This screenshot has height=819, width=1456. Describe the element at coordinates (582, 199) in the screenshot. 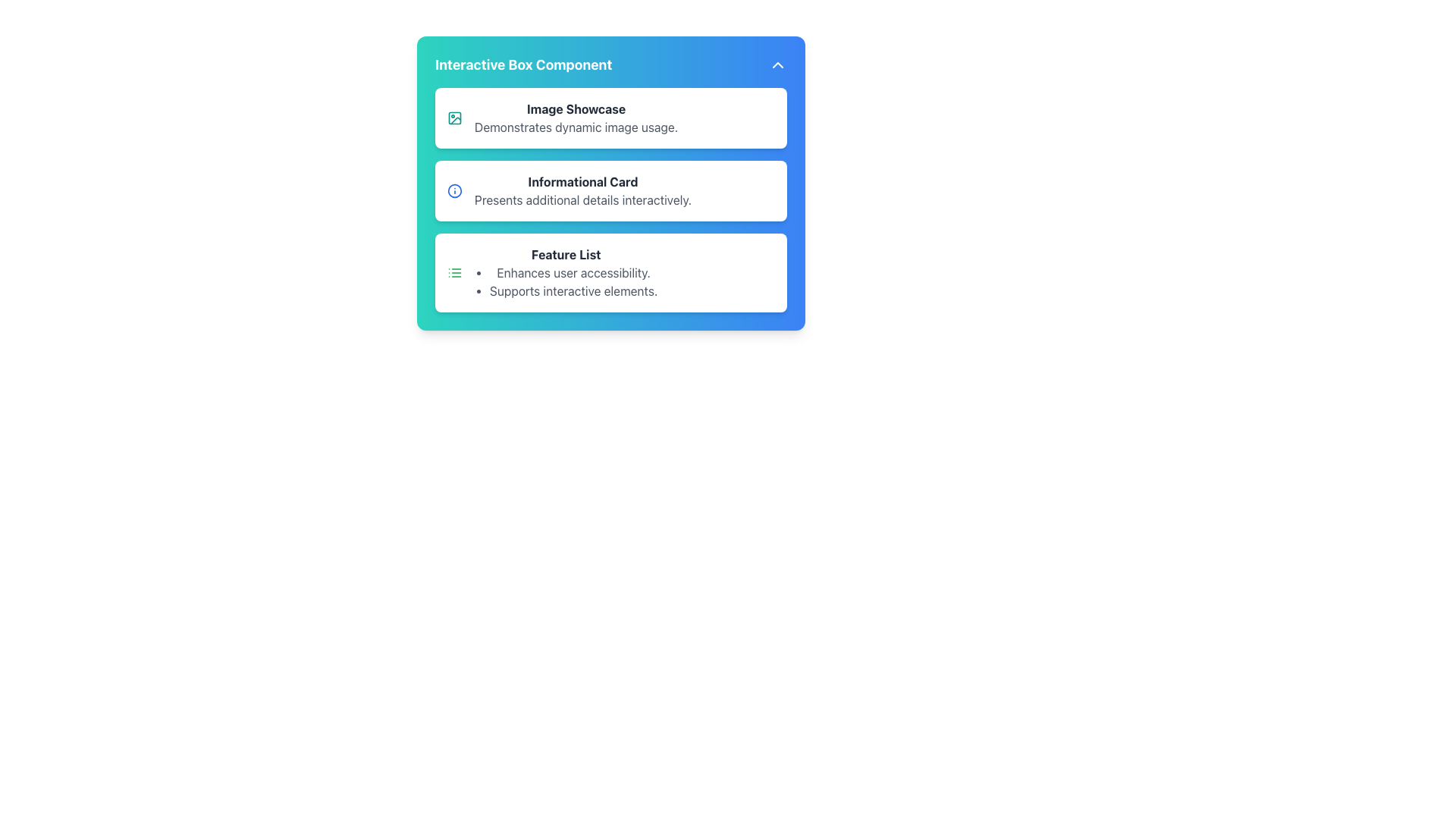

I see `the second text line of the 'Informational Card' within the 'Interactive Box Component', which provides supplemental information` at that location.